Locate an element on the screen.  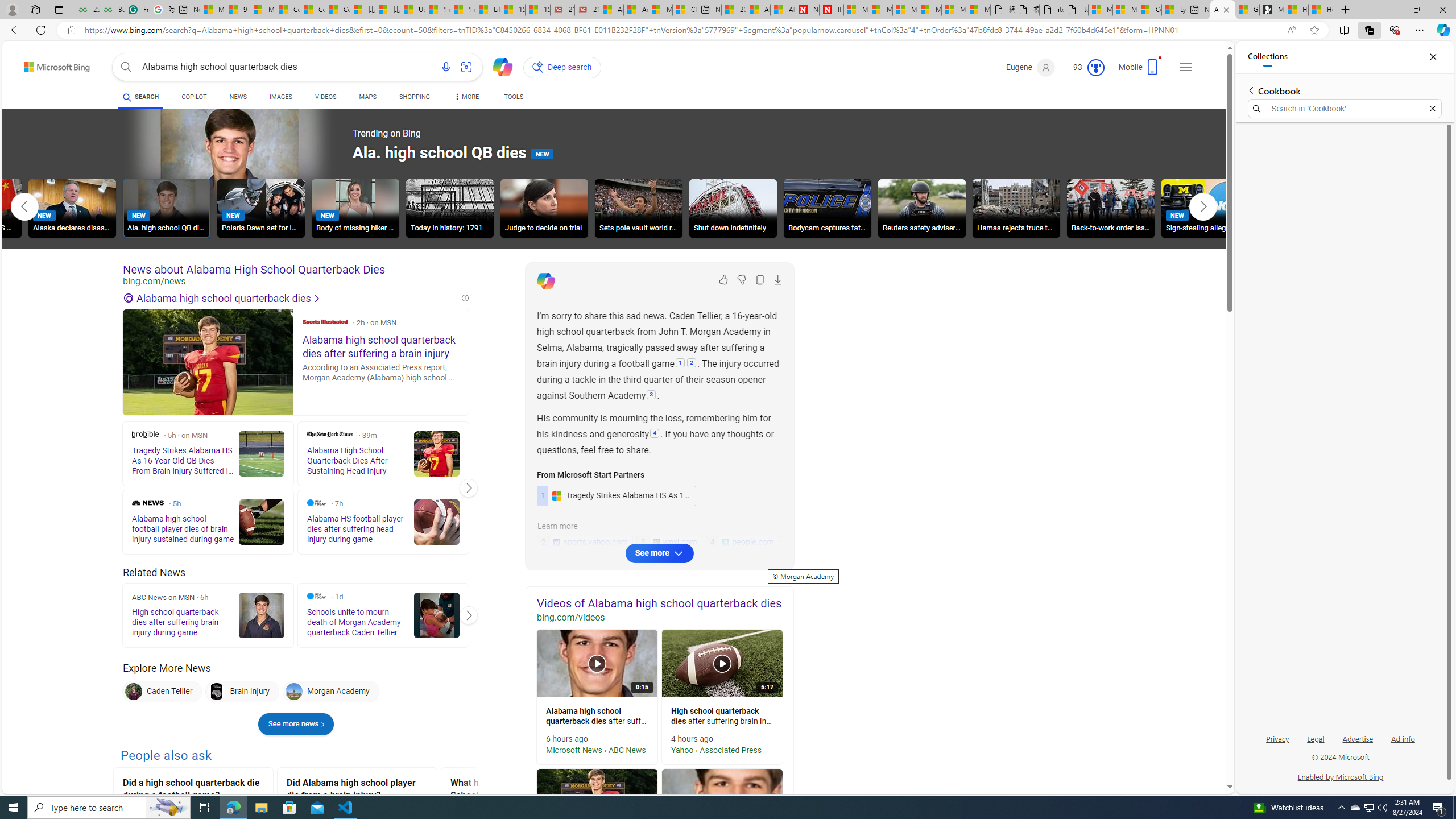
'Sets pole vault world record' is located at coordinates (638, 207).